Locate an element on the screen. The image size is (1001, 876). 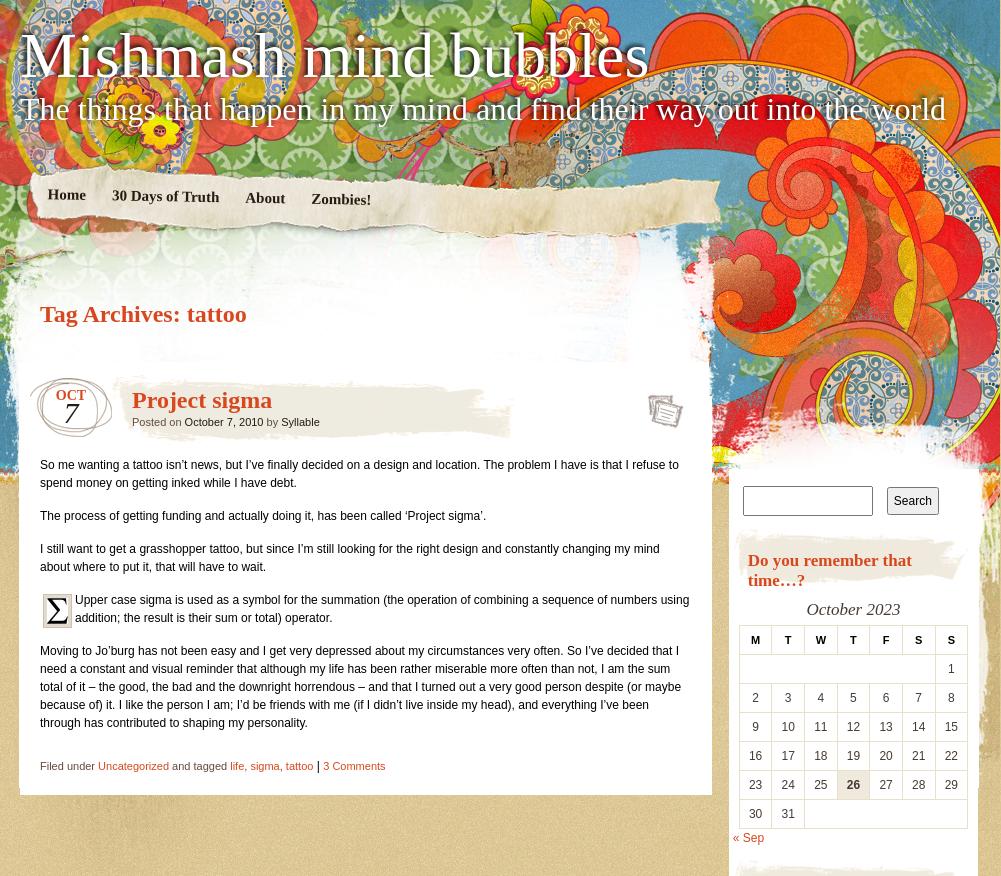
'27' is located at coordinates (885, 783).